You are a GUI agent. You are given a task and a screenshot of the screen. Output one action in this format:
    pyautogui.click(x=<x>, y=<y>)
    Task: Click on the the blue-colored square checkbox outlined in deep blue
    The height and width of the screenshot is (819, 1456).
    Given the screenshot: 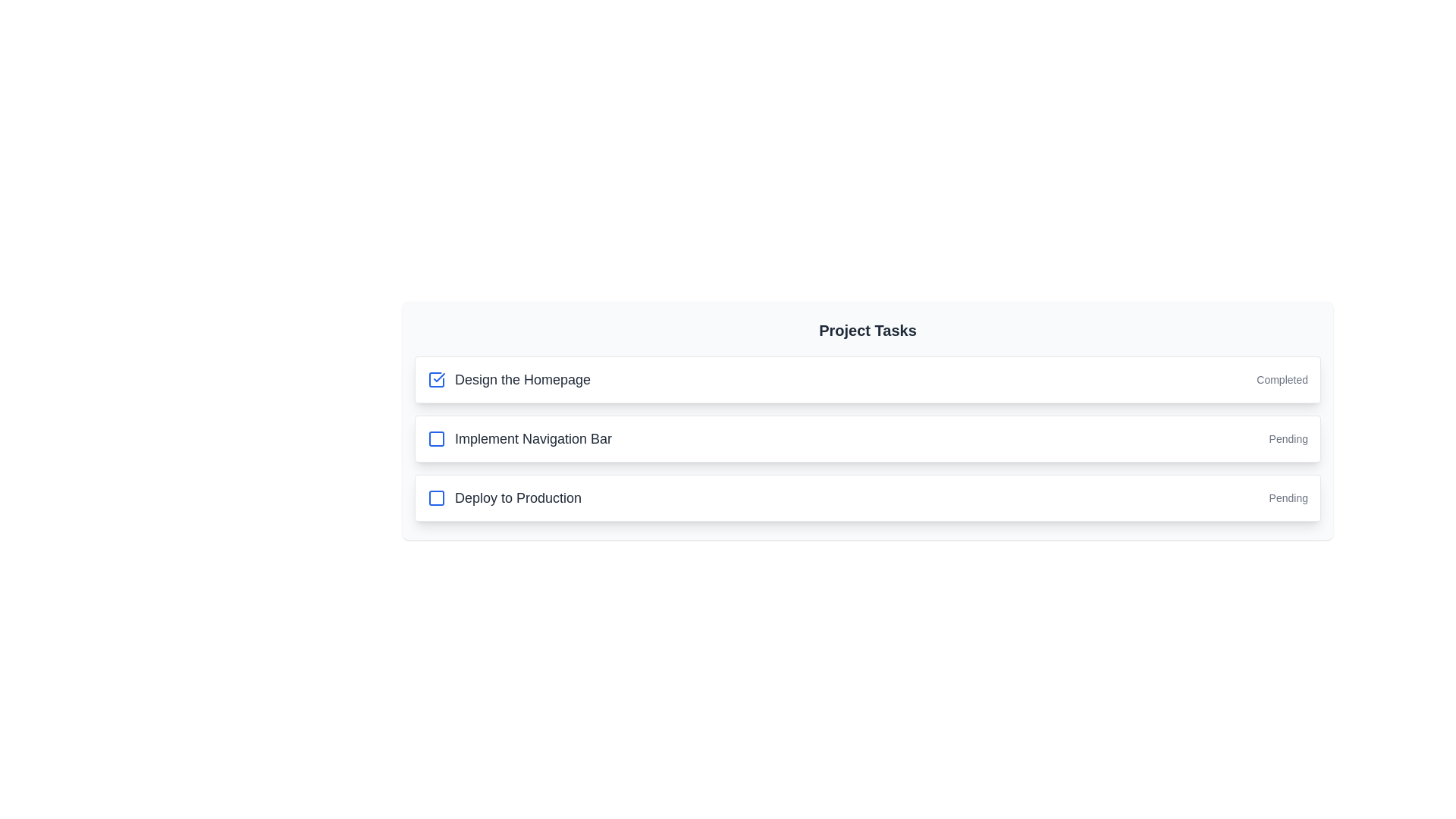 What is the action you would take?
    pyautogui.click(x=436, y=438)
    